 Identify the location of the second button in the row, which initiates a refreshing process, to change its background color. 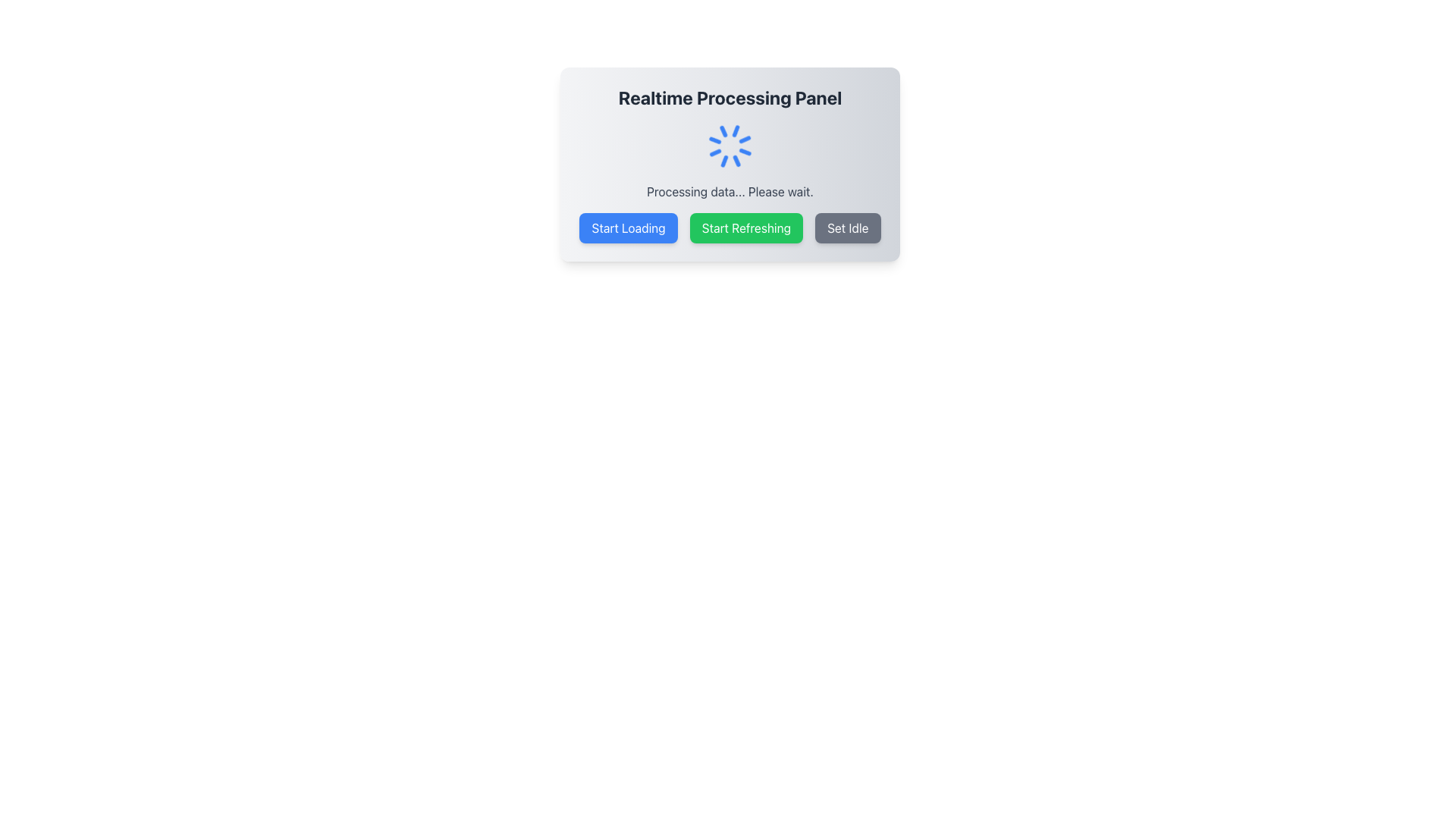
(746, 227).